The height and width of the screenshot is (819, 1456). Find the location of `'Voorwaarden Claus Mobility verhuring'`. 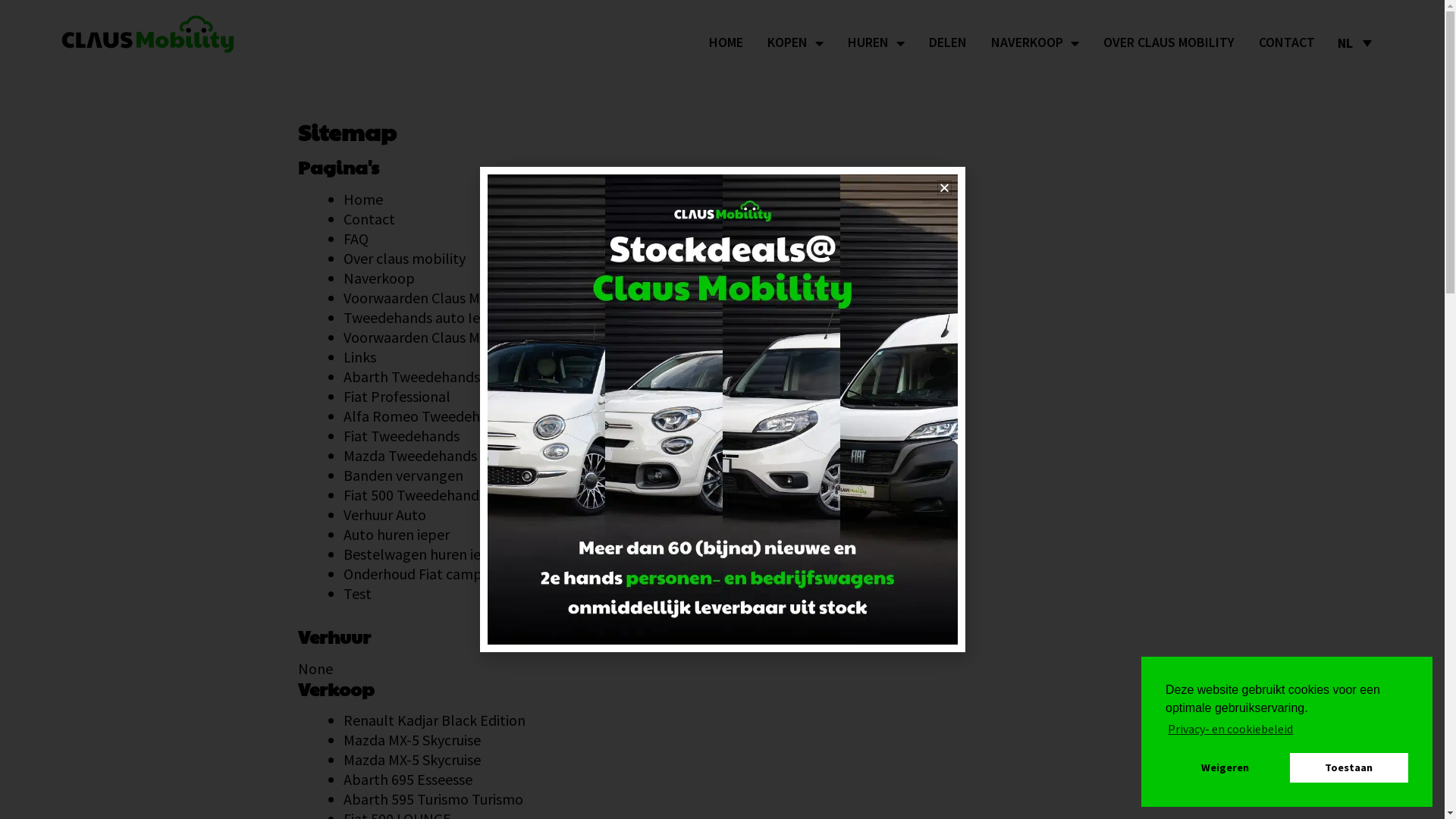

'Voorwaarden Claus Mobility verhuring' is located at coordinates (462, 297).